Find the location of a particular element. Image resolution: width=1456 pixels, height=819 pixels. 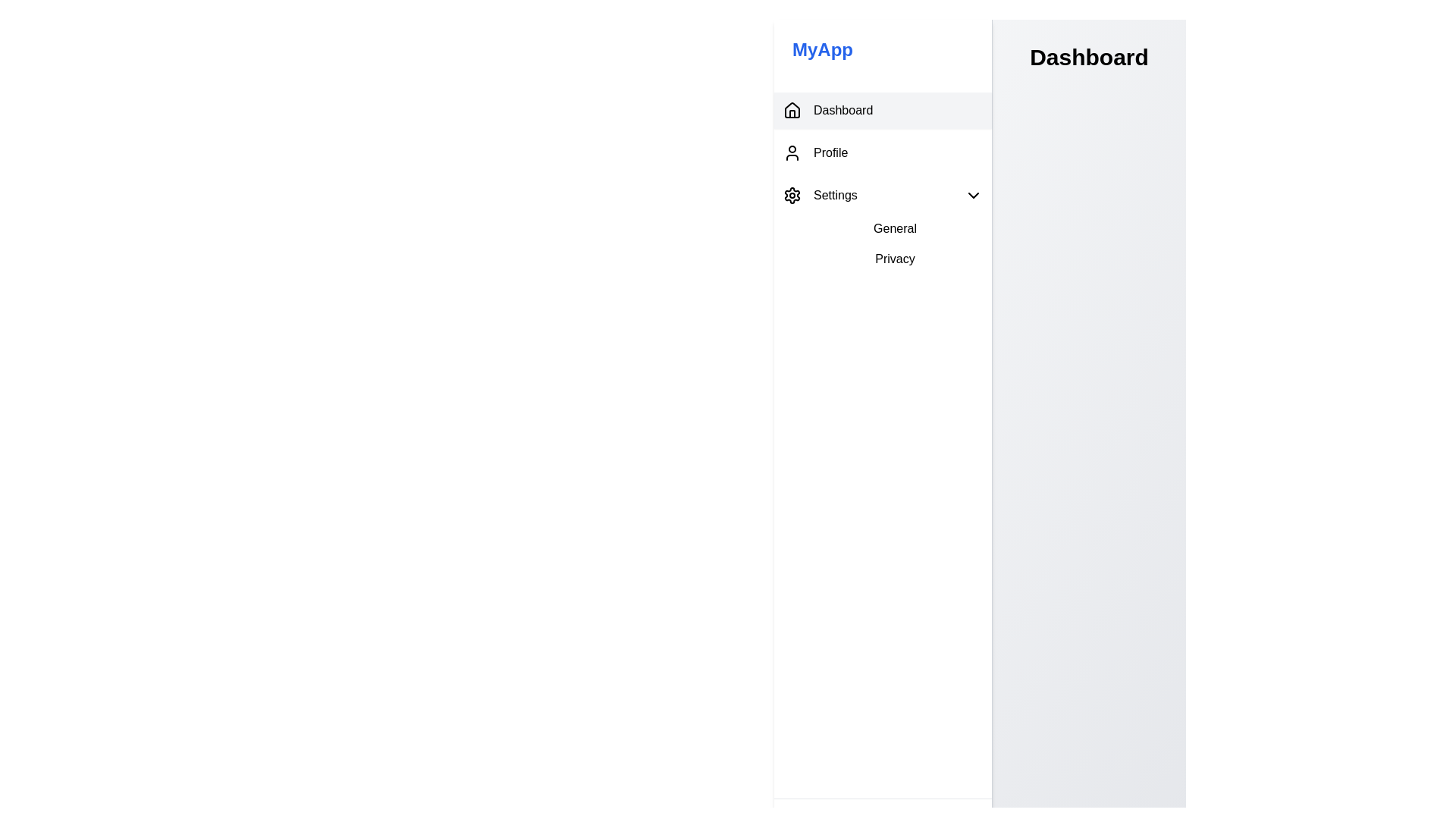

the 'General' or 'Privacy' option in the dropdown menu under the 'Settings' group is located at coordinates (883, 243).